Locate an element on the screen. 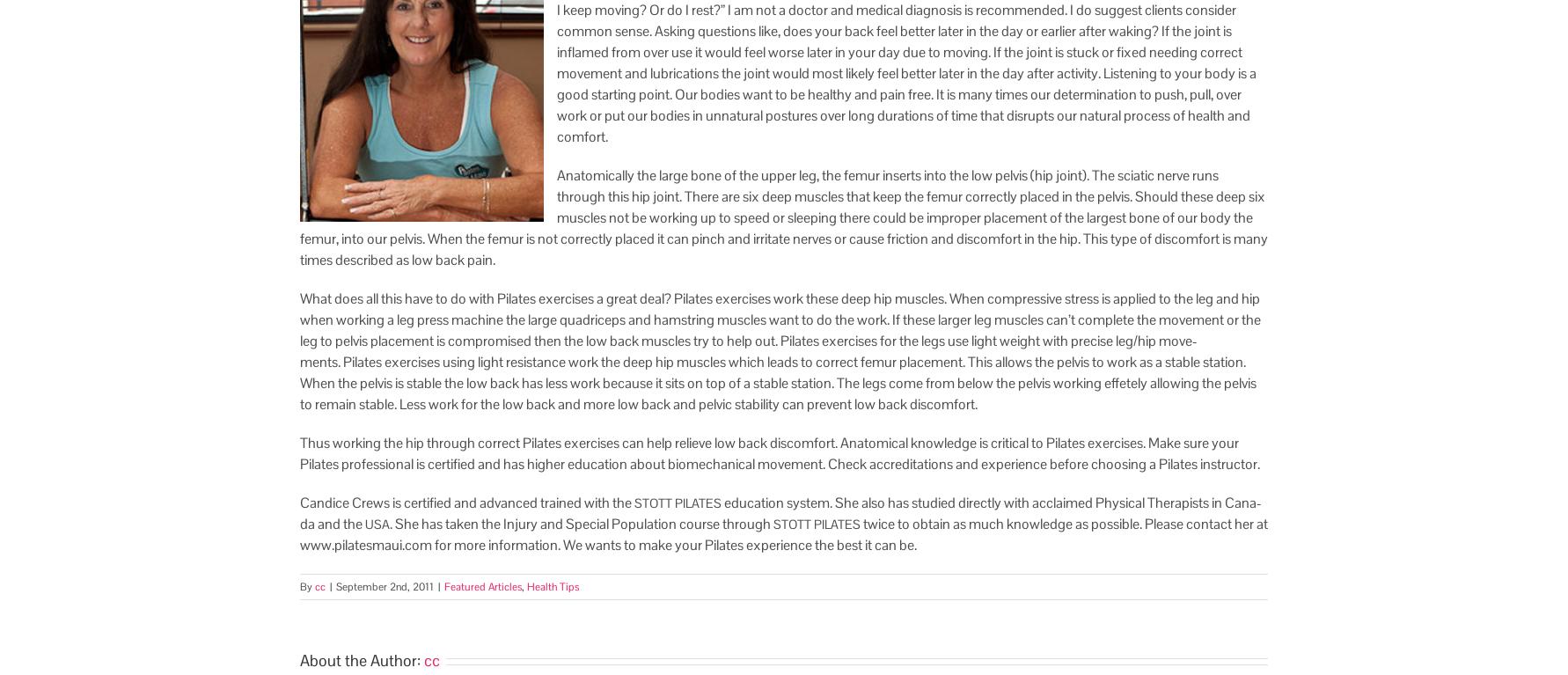 This screenshot has width=1568, height=675. 'What does all this have to do with Pilates exer­cis­es a great deal? Pilates exer­cis­es work these deep hip mus­cles. When com­pres­sive stress is applied to the leg and hip when work­ing a leg press machine the large quadri­ceps and ham­string mus­cles want to do the work. If these larg­er leg mus­cles can’t com­plete the move­ment or the leg to pelvis place­ment is com­pro­mised then the low back mus­cles try to help out. Pilates exer­cis­es for the legs use light weight with pre­cise leg/hip move­ments. Pilates exer­cis­es using light resis­tance work the deep hip mus­cles which leads to cor­rect femur place­ment. This allows the pelvis to work as a sta­ble sta­tion. When the pelvis is sta­ble the low back has less work because it sits on top of a sta­ble sta­tion. The legs come from below the pelvis work­ing effete­ly allow­ing the pelvis to remain sta­ble. Less work for the low back and more low back and pelvic sta­bil­i­ty can pre­vent low back discomfort.' is located at coordinates (780, 351).